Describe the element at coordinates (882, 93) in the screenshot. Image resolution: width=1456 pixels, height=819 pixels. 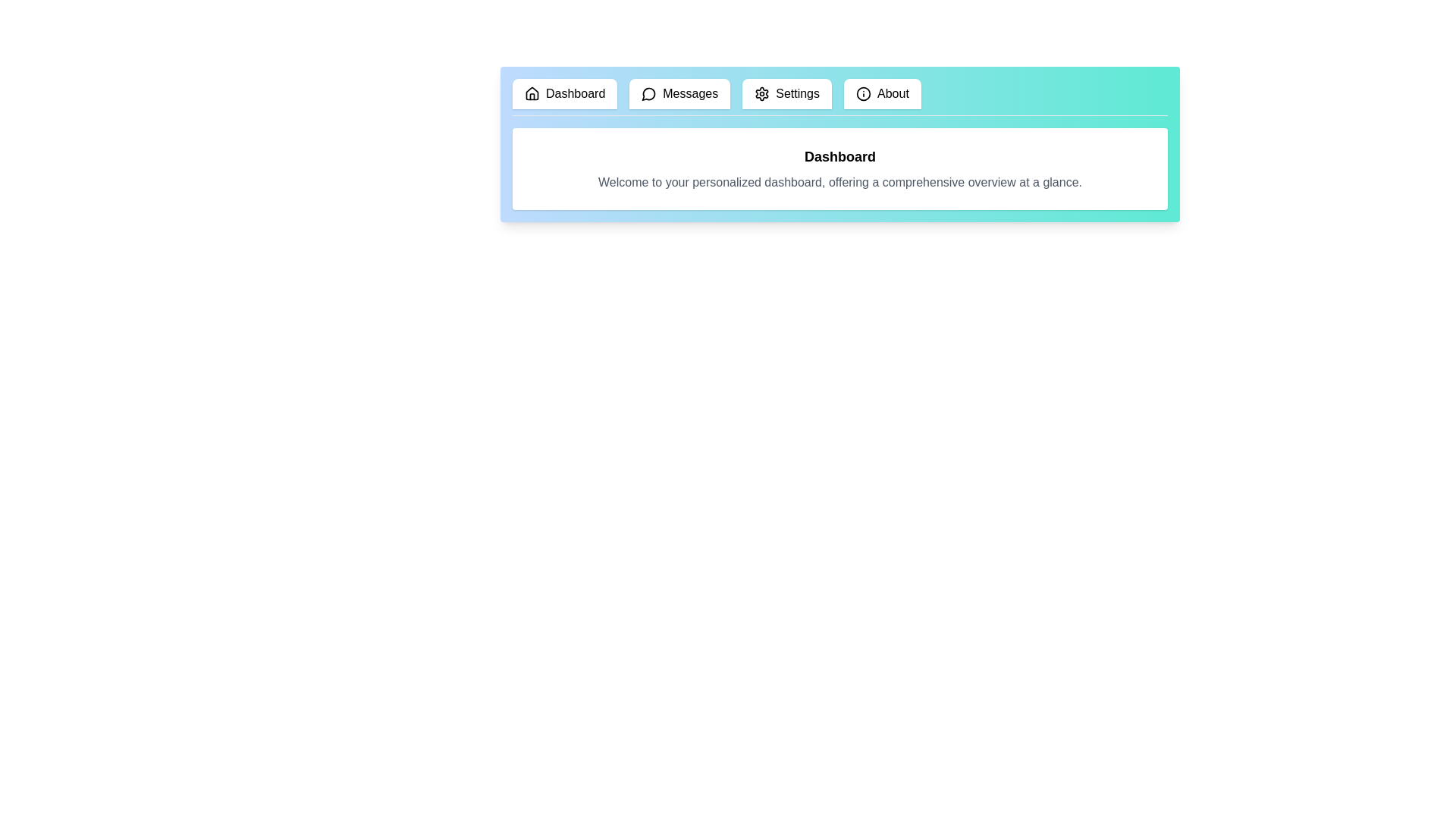
I see `the tab labeled About to activate it` at that location.